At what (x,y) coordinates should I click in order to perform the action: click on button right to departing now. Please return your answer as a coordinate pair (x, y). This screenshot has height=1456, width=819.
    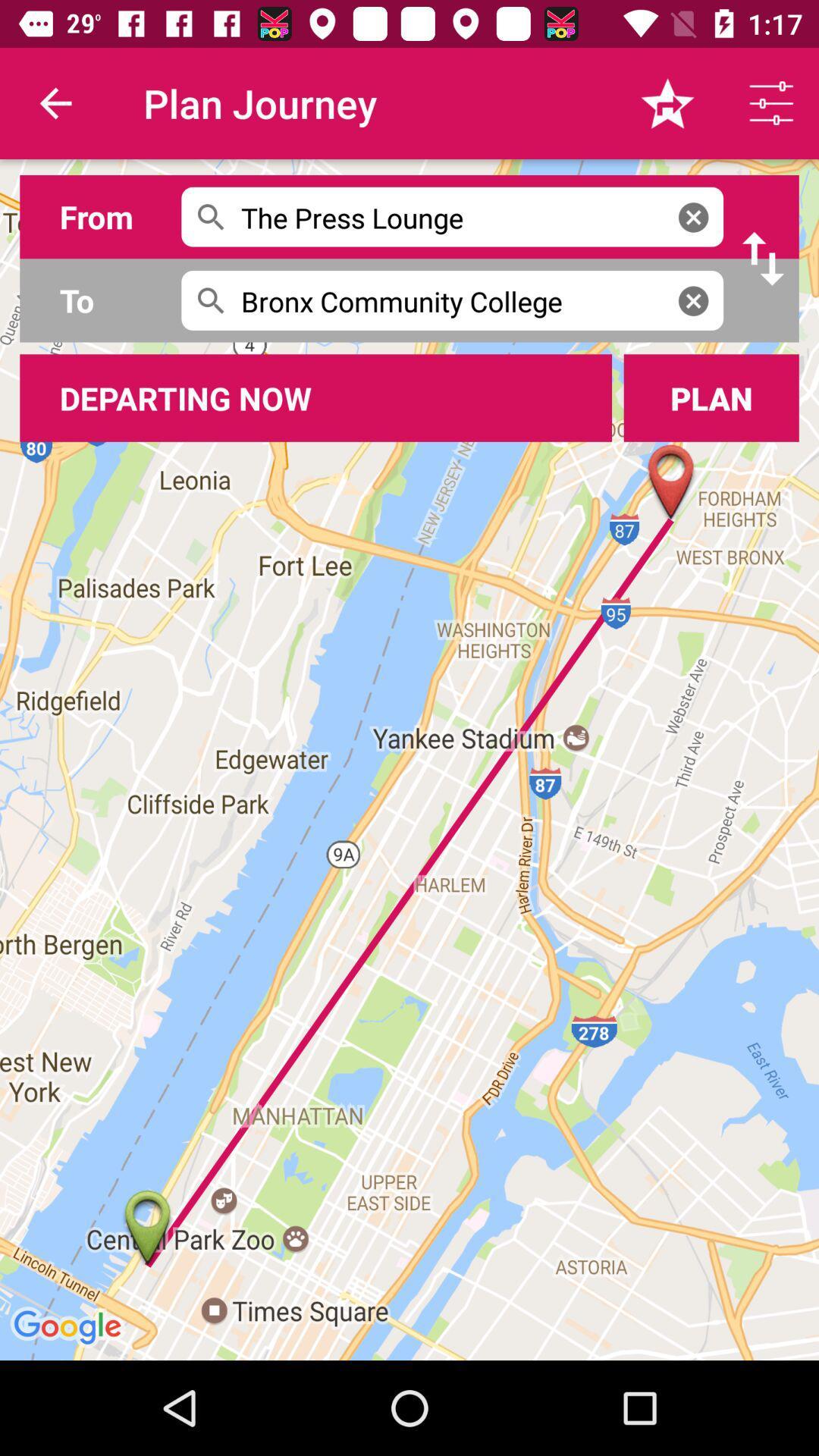
    Looking at the image, I should click on (711, 397).